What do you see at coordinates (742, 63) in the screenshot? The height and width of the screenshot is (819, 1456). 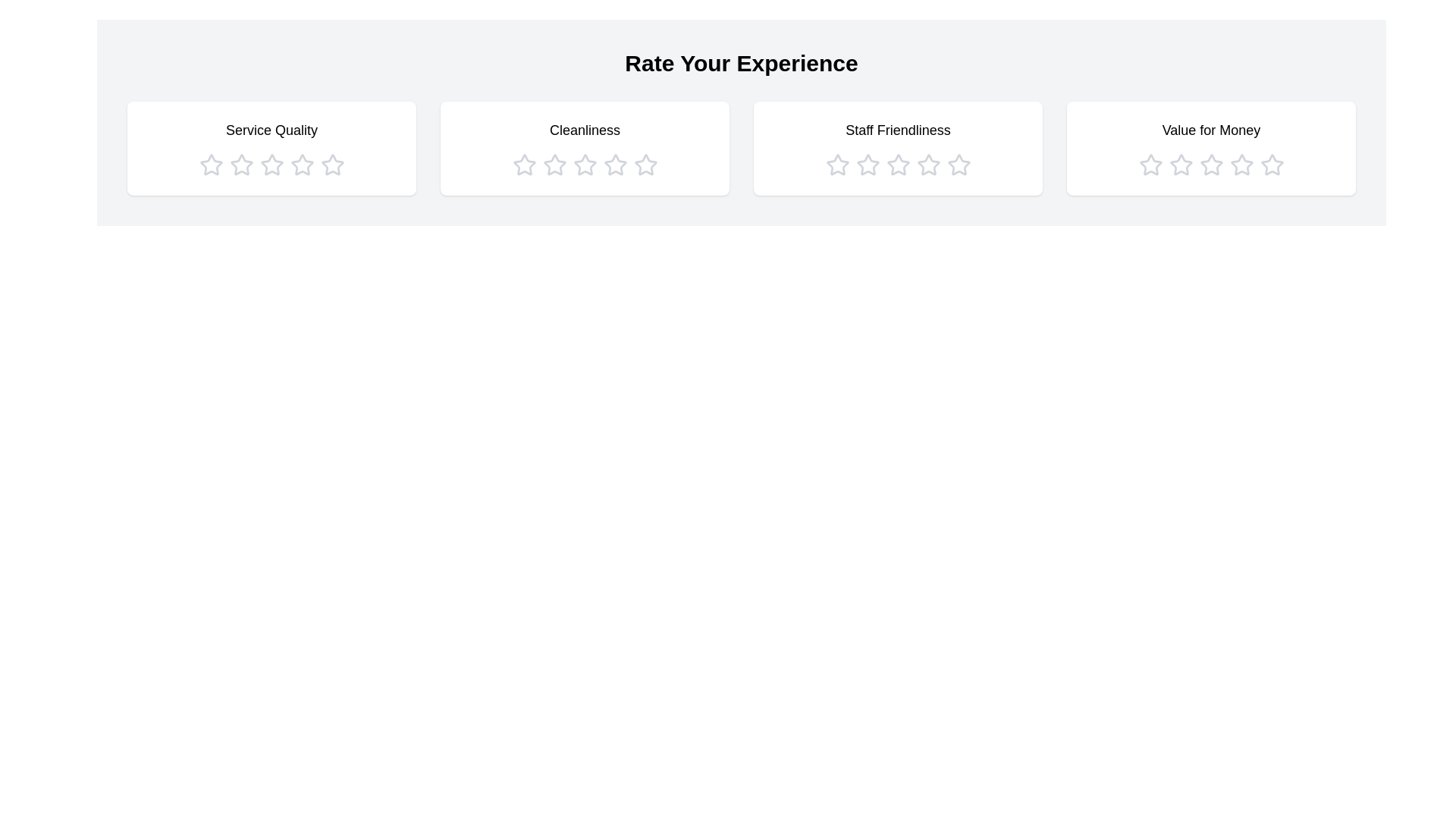 I see `the header text 'Rate Your Experience' to simulate reading it` at bounding box center [742, 63].